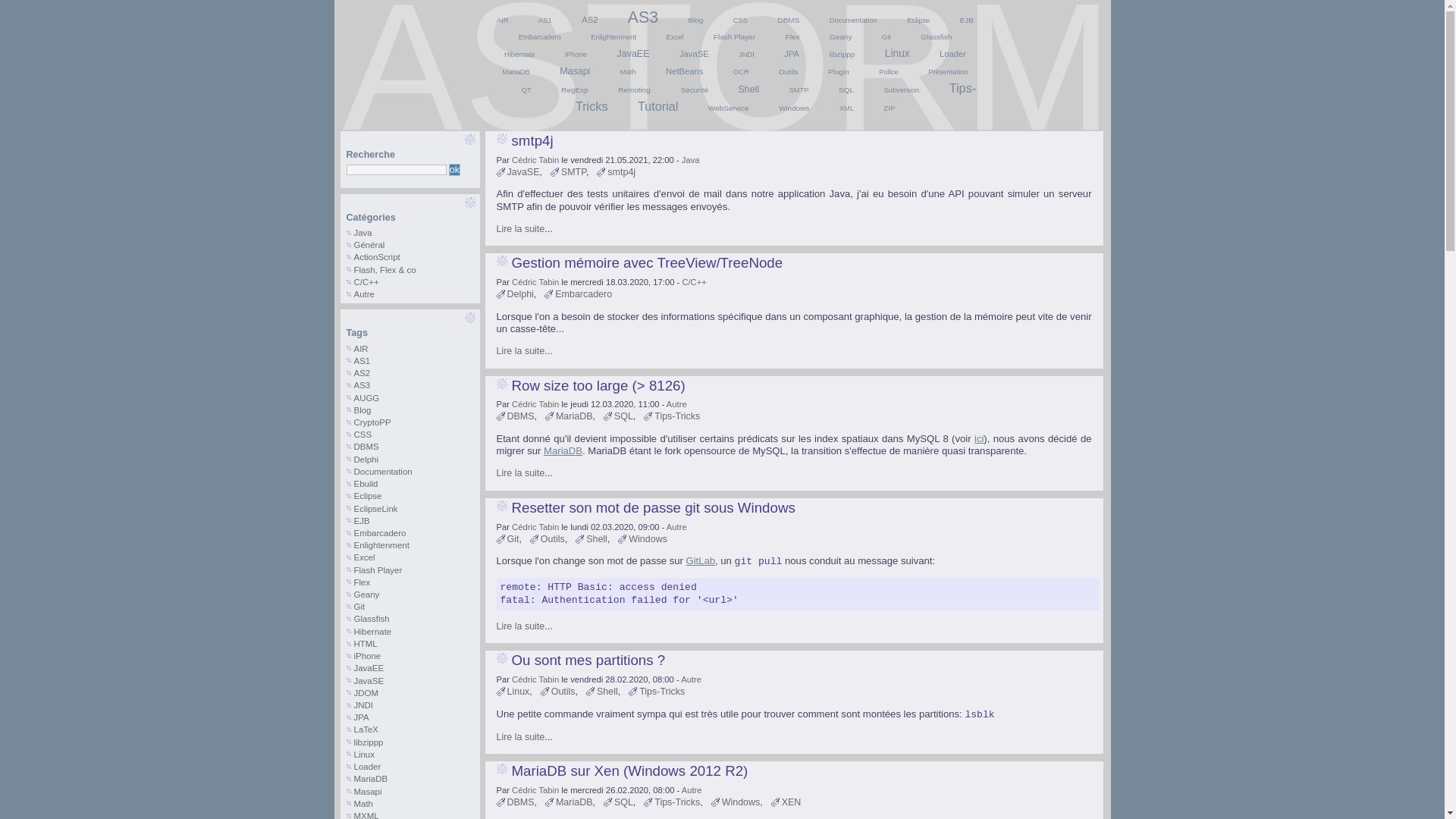  Describe the element at coordinates (366, 281) in the screenshot. I see `'C/C++'` at that location.